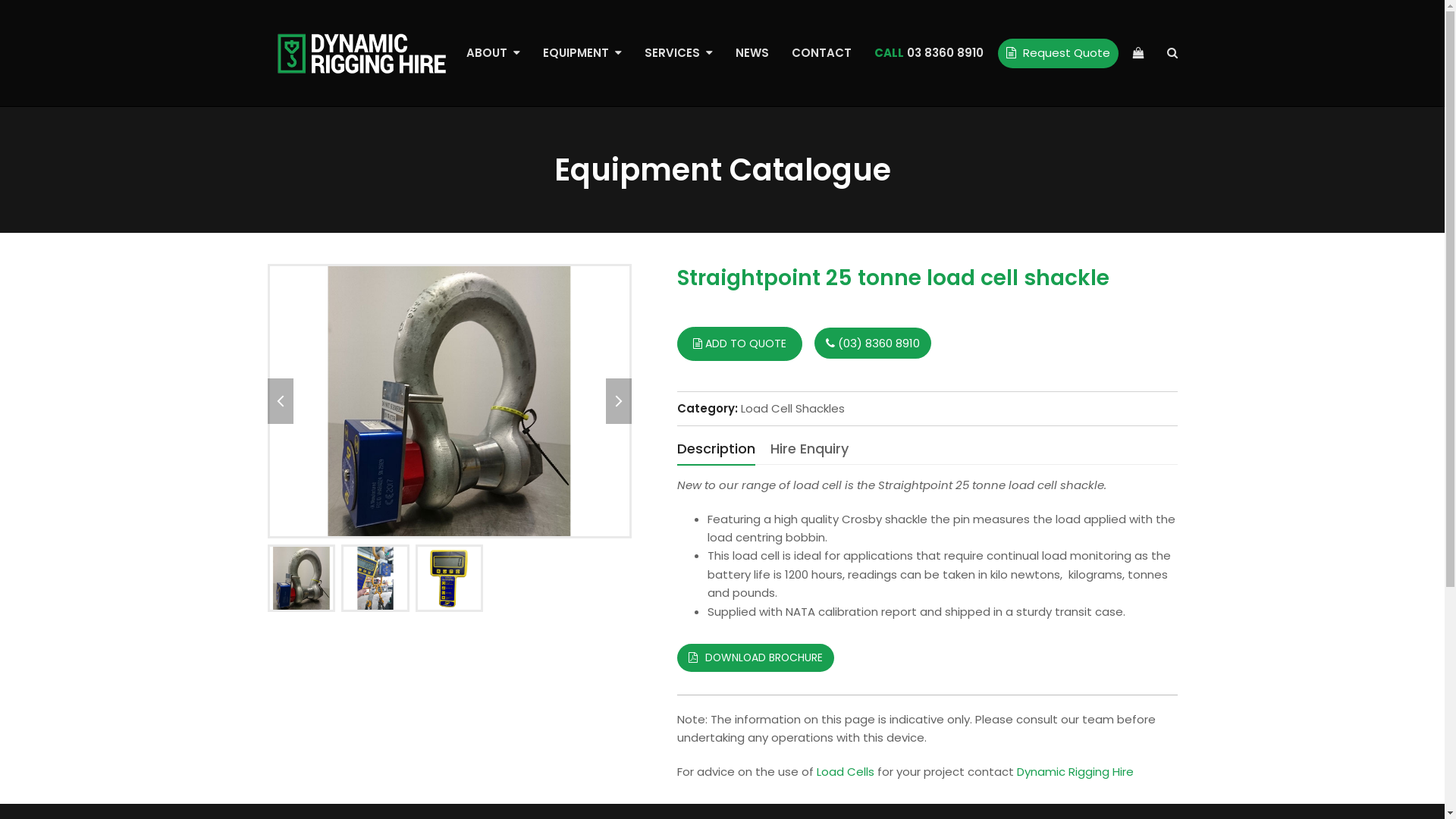 This screenshot has height=819, width=1456. Describe the element at coordinates (517, 535) in the screenshot. I see `'Submit'` at that location.